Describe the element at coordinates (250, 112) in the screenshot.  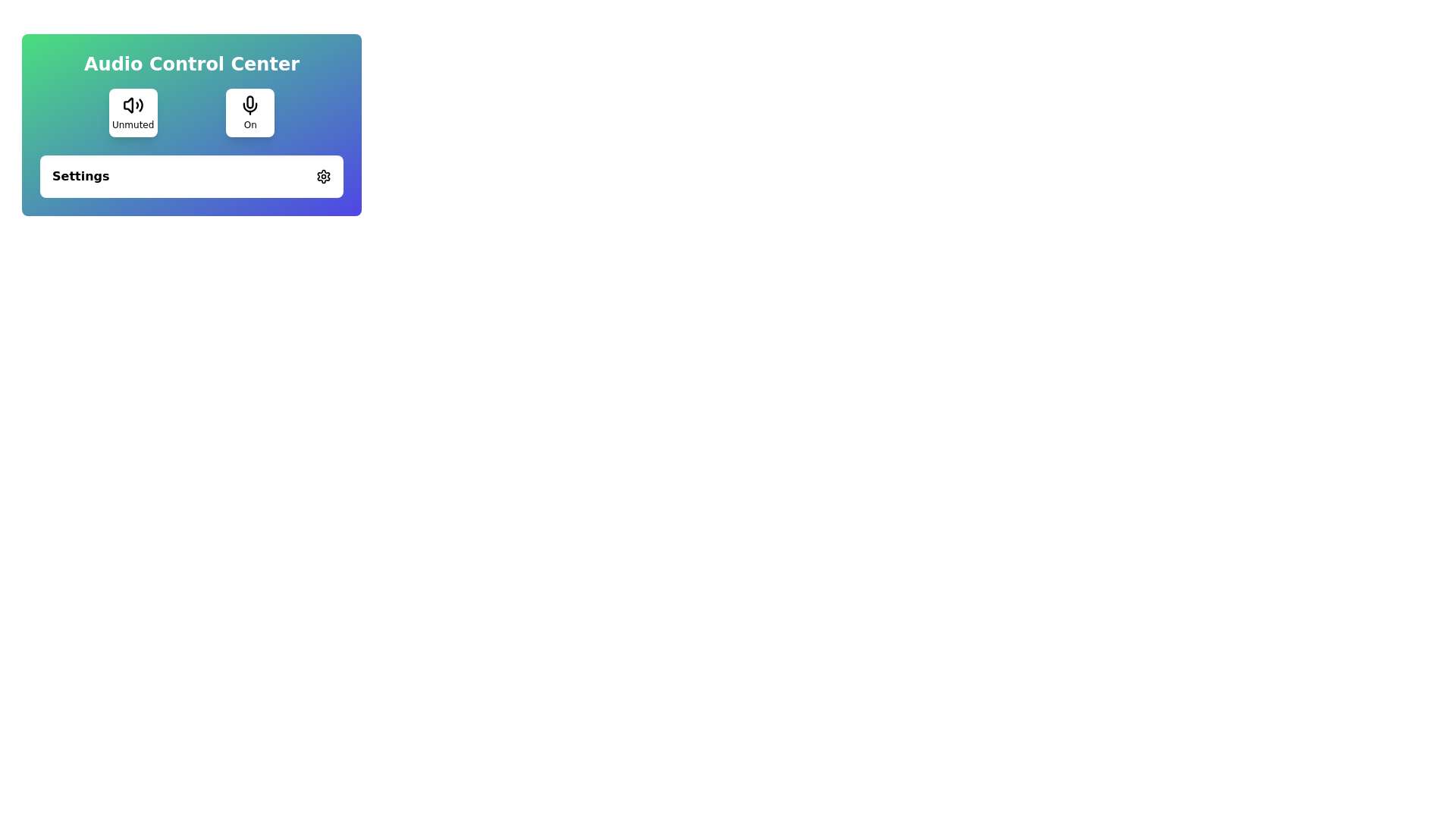
I see `the 'On' button with a microphone icon` at that location.